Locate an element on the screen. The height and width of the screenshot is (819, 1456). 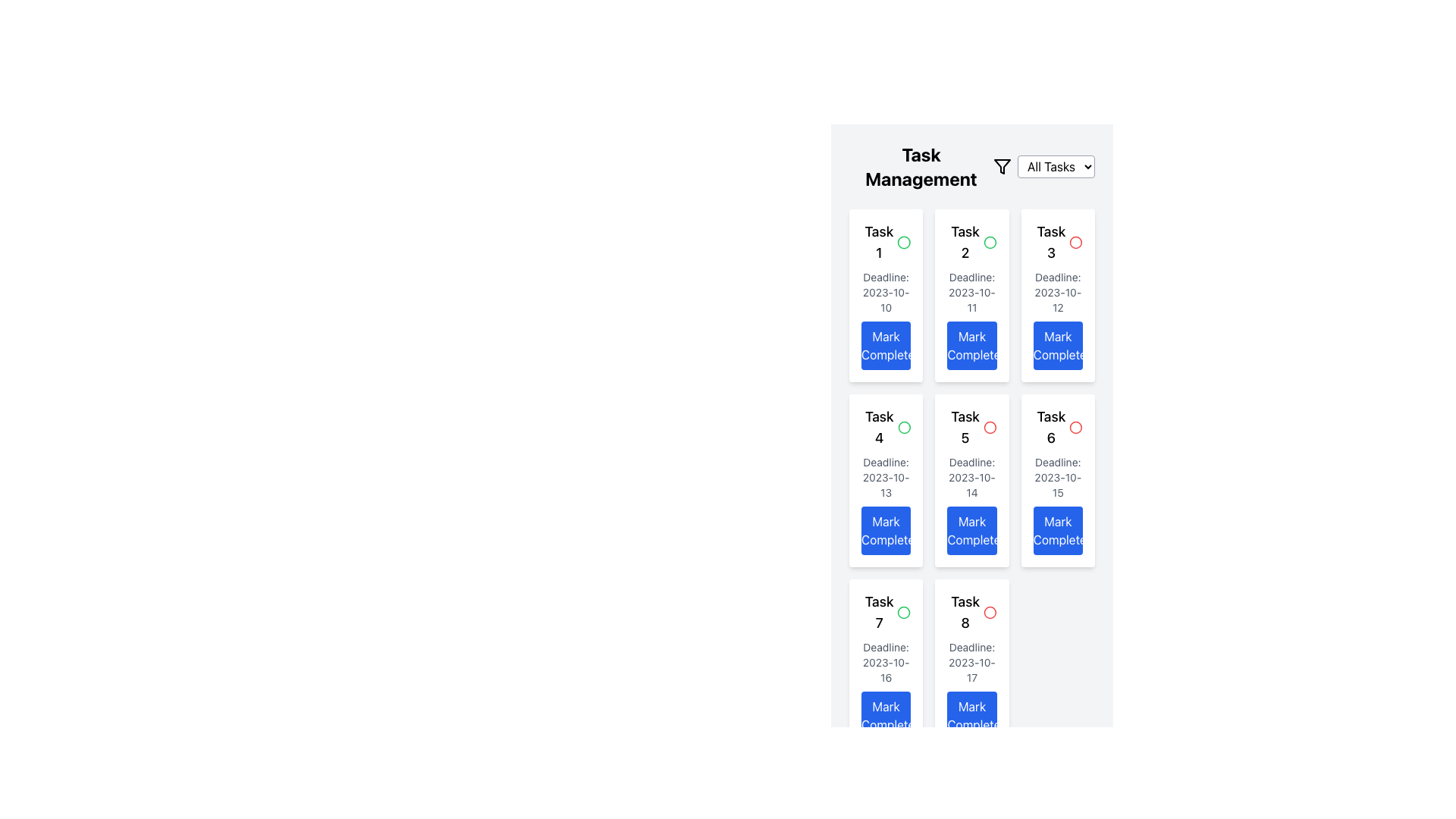
the 'Complete' button for 'Task 3' is located at coordinates (1057, 345).